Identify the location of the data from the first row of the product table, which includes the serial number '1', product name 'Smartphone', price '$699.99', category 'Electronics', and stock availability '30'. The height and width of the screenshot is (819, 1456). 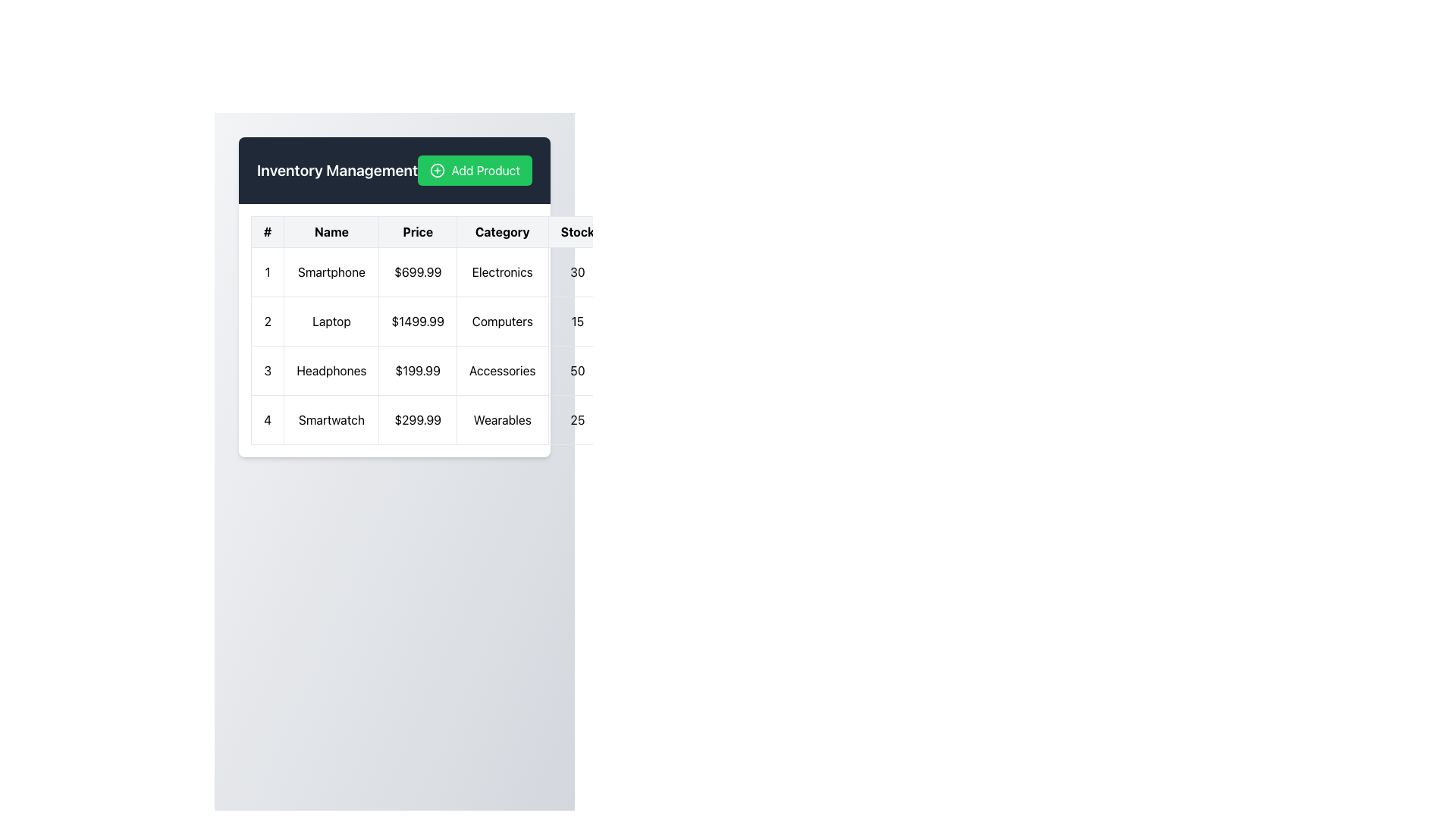
(463, 271).